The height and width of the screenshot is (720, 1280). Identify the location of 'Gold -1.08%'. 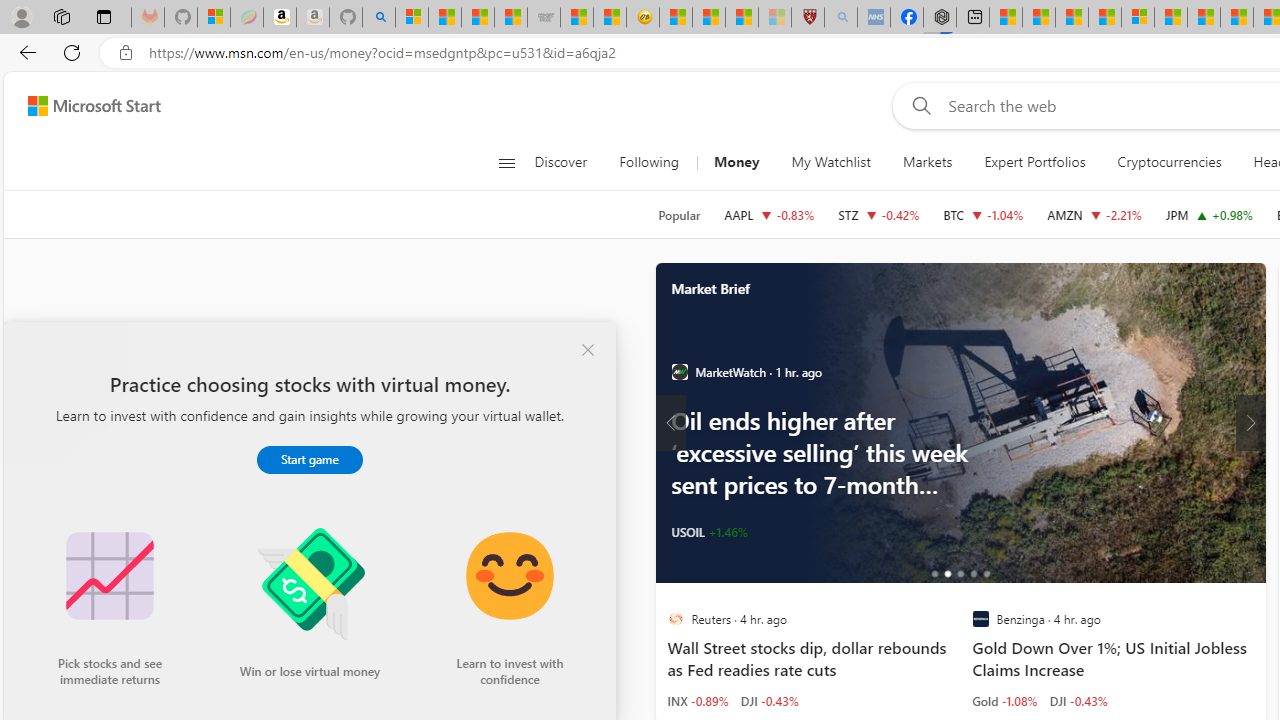
(1004, 699).